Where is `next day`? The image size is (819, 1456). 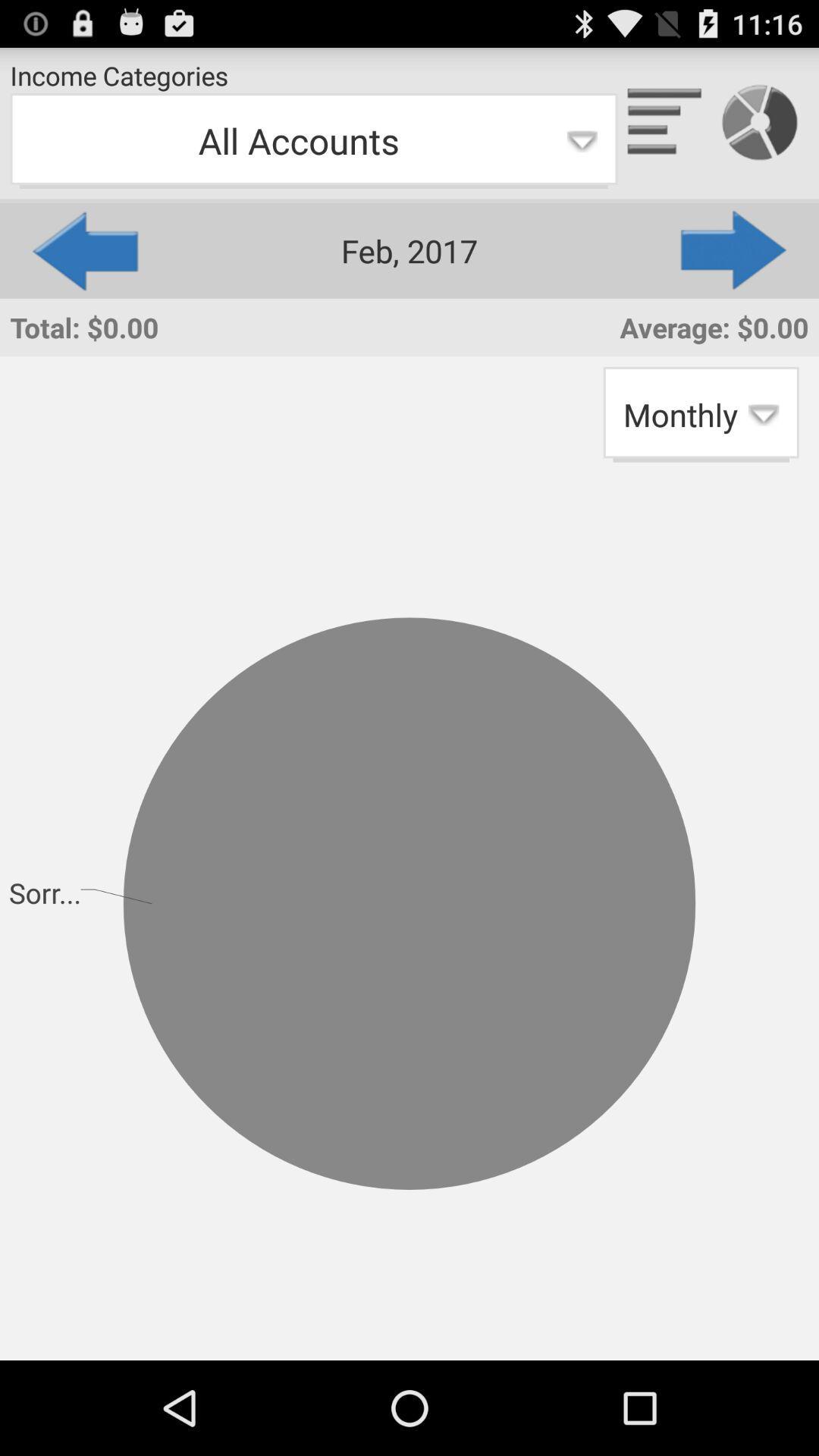 next day is located at coordinates (734, 250).